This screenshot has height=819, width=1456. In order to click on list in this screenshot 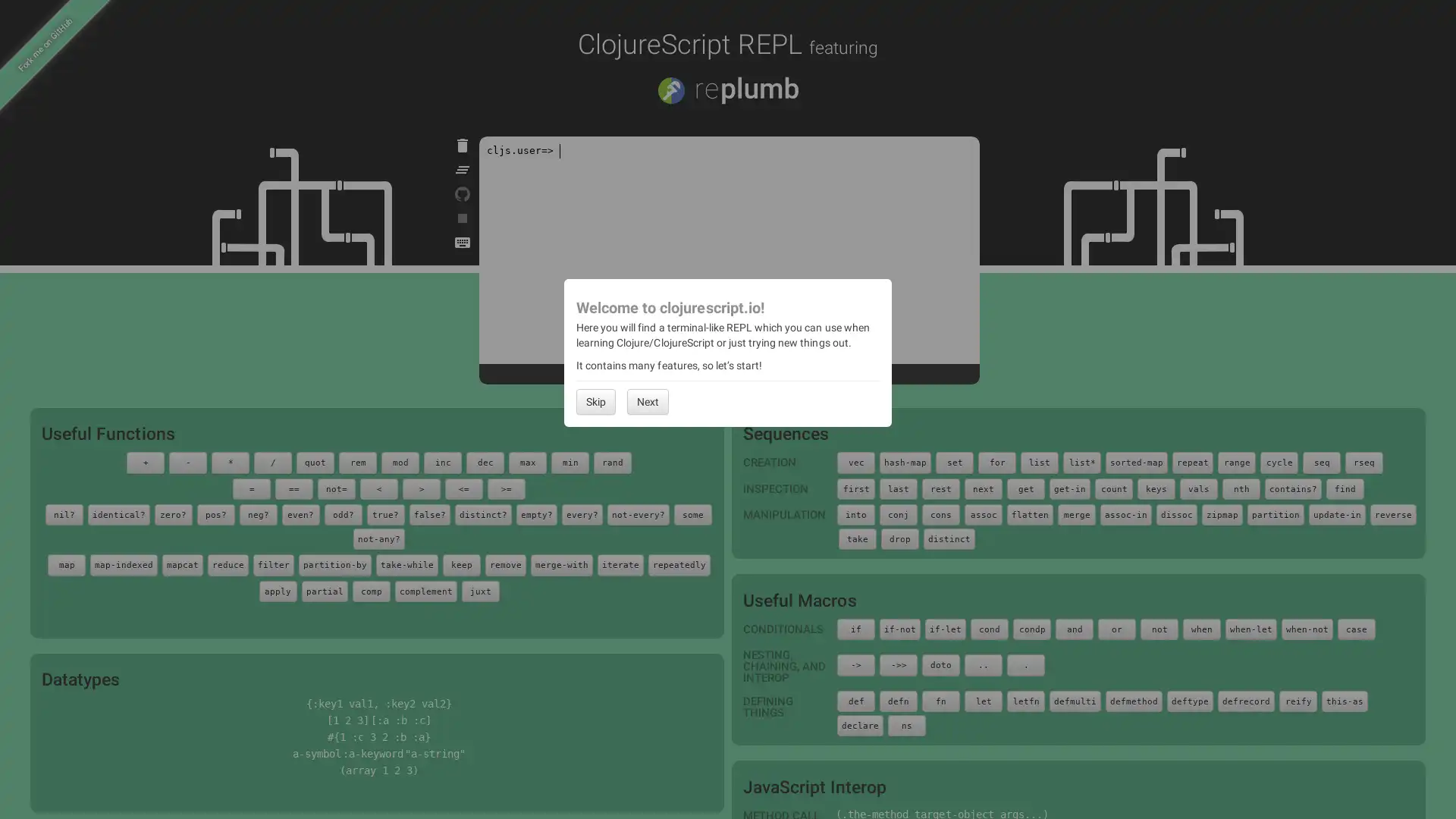, I will do `click(1039, 461)`.